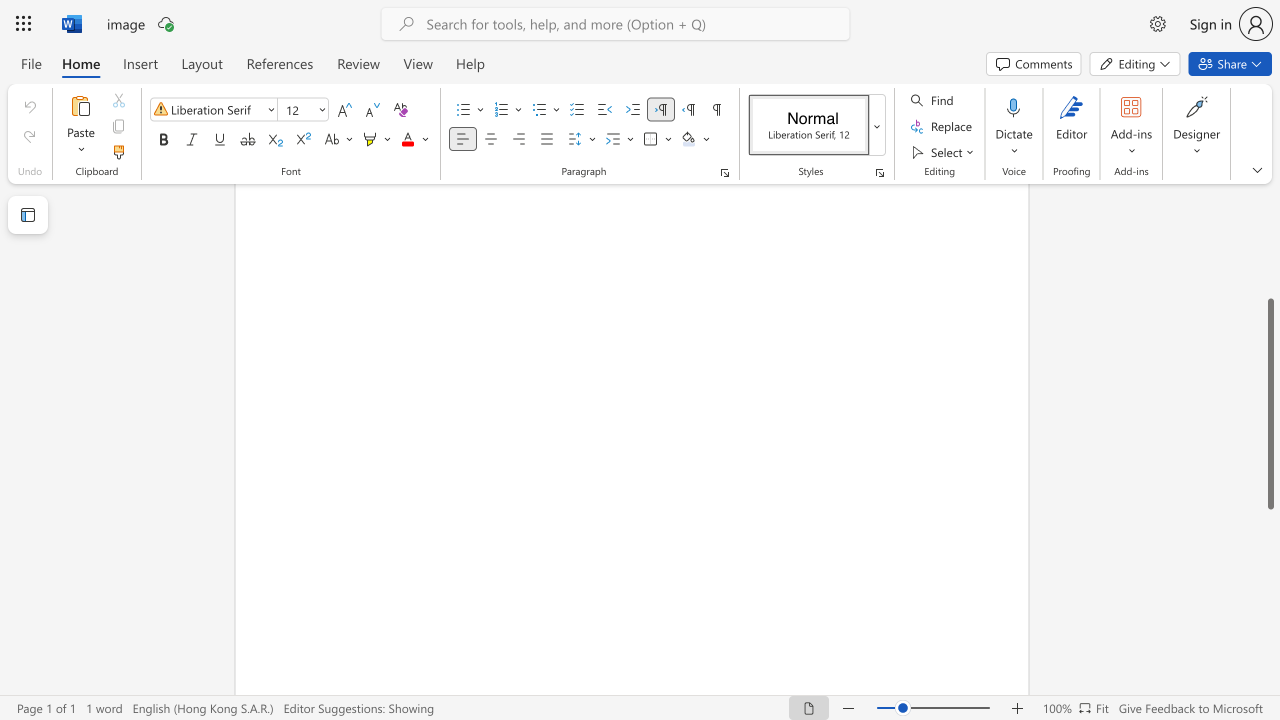 The height and width of the screenshot is (720, 1280). I want to click on the scrollbar and move up 30 pixels, so click(1269, 404).